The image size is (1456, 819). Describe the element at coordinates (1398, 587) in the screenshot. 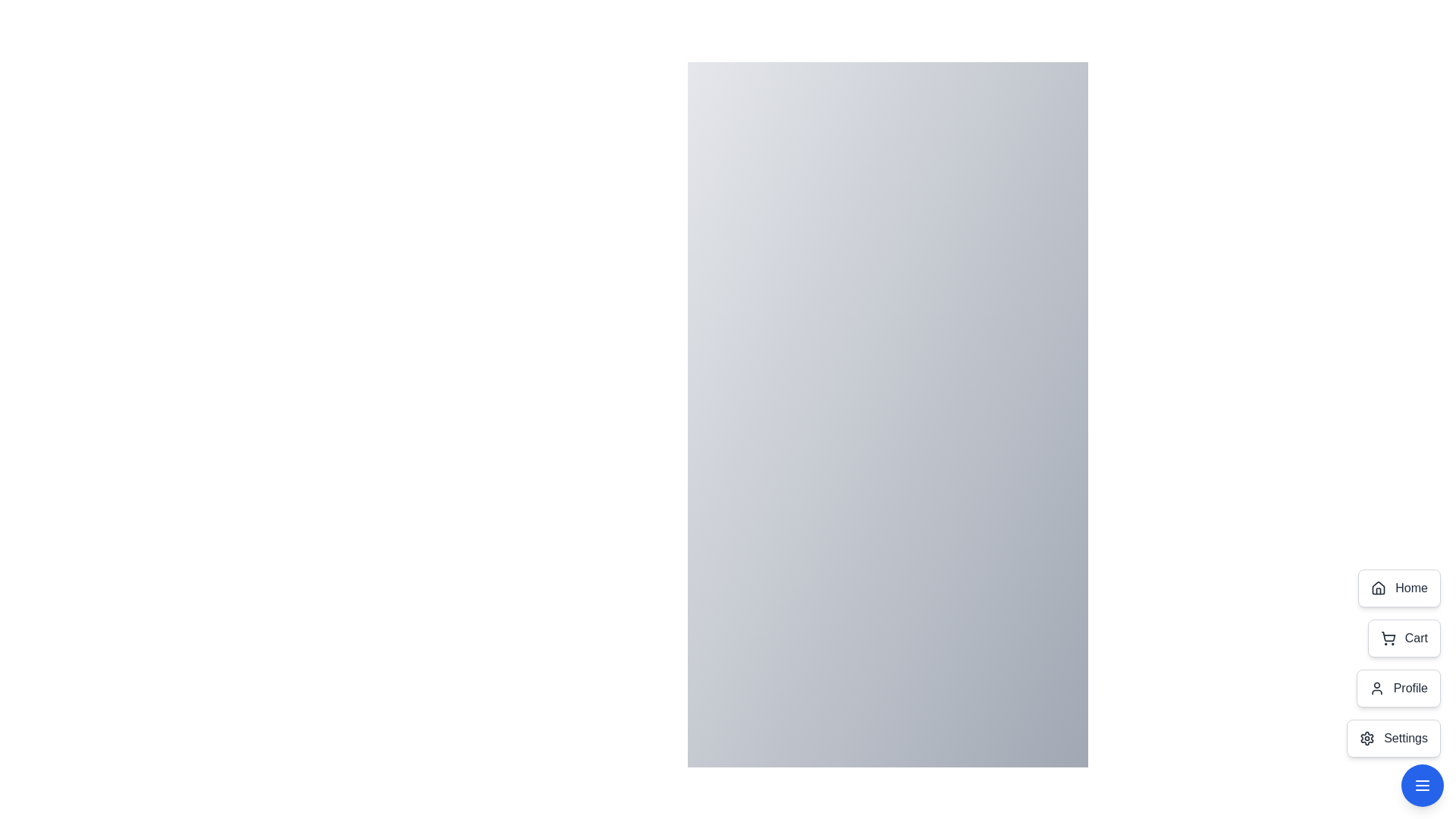

I see `the Home navigation button` at that location.